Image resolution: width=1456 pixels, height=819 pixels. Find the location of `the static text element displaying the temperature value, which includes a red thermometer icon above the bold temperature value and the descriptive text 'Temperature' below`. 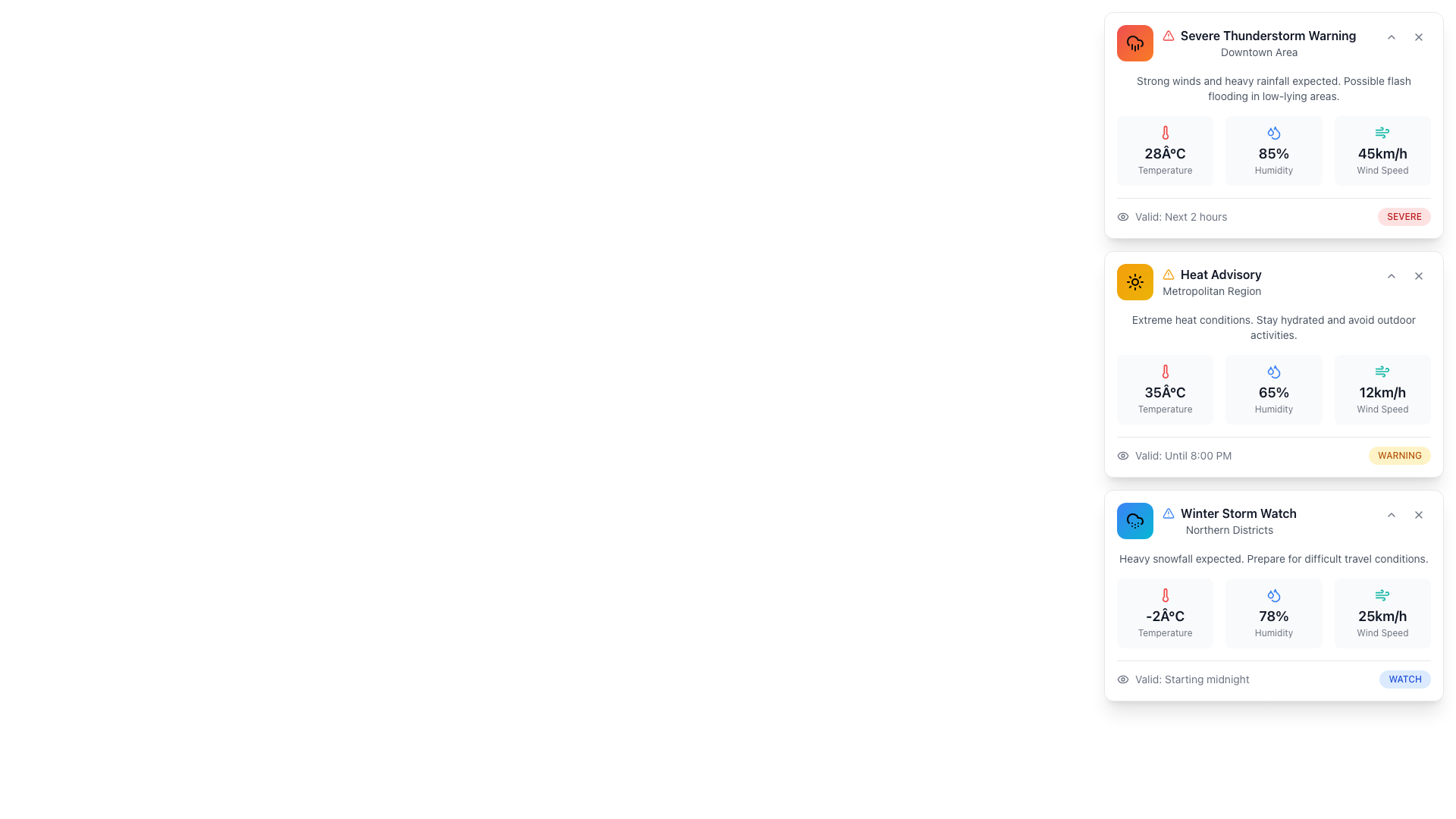

the static text element displaying the temperature value, which includes a red thermometer icon above the bold temperature value and the descriptive text 'Temperature' below is located at coordinates (1164, 613).